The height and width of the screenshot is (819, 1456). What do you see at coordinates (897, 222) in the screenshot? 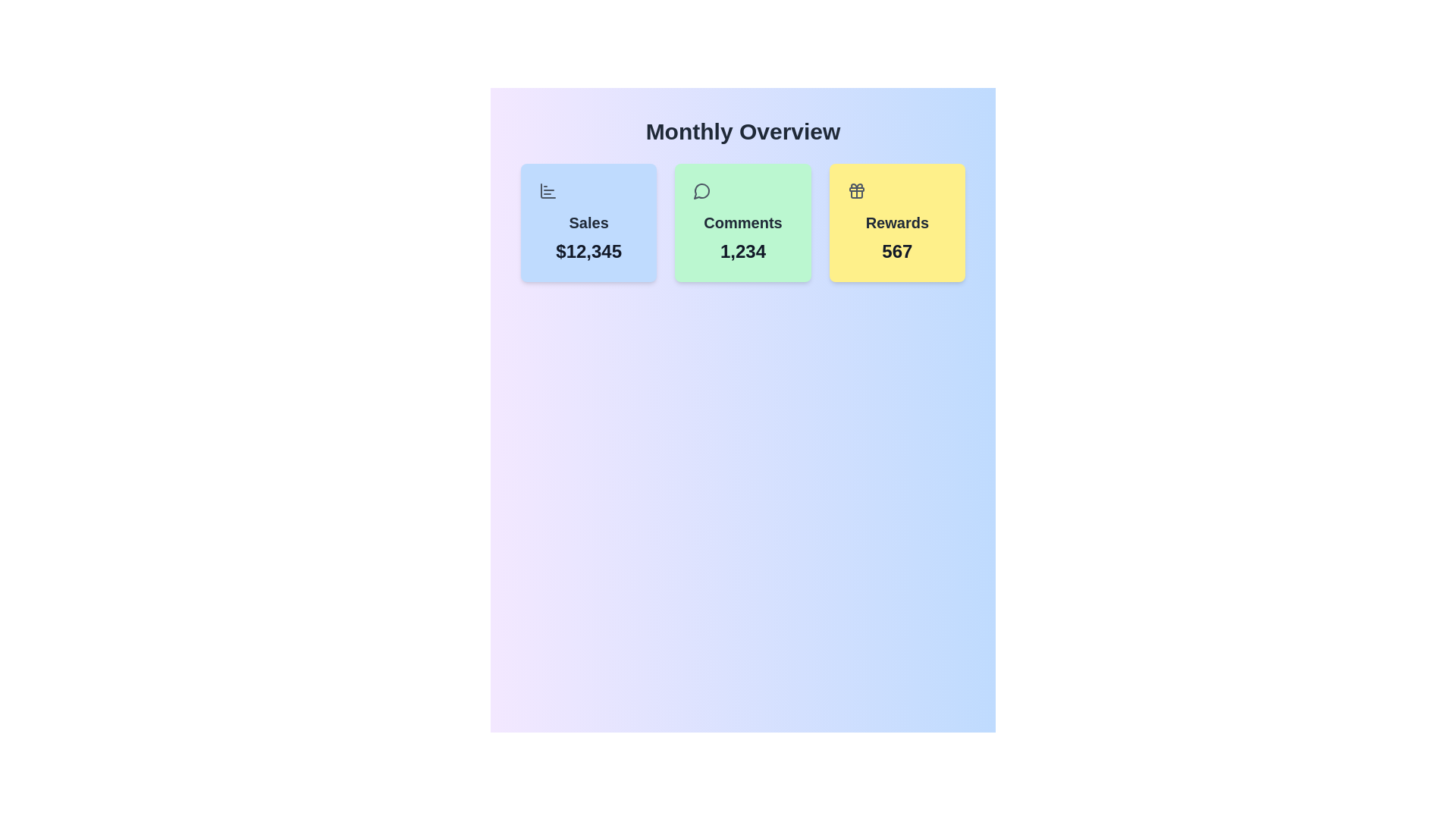
I see `and interpret the numeric summary displayed as '567' under the 'Rewards' text in the rightmost informational card of the three-card grid layout` at bounding box center [897, 222].